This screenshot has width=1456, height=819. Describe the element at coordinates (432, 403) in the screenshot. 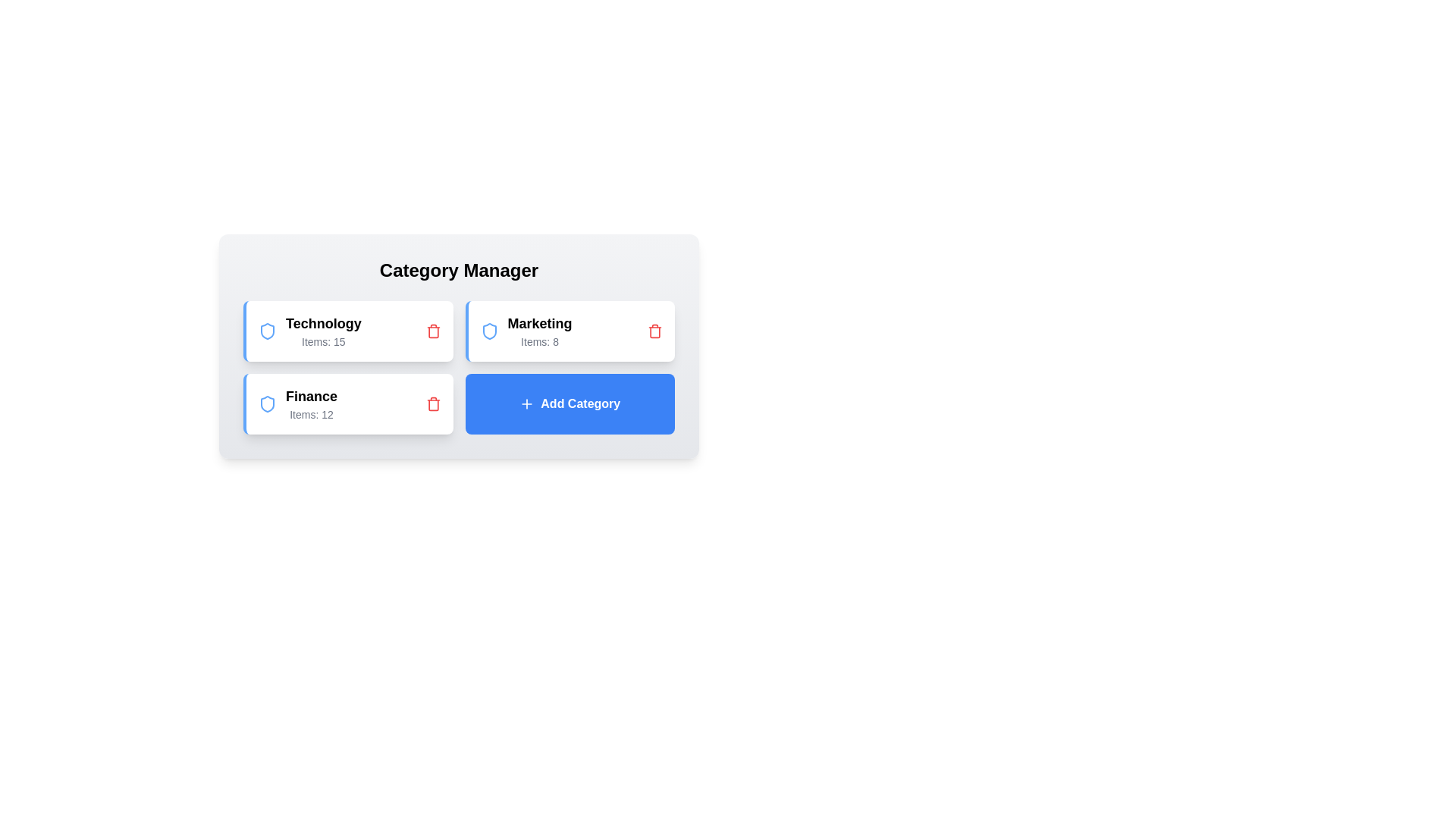

I see `the category by clicking the trash icon for Finance` at that location.